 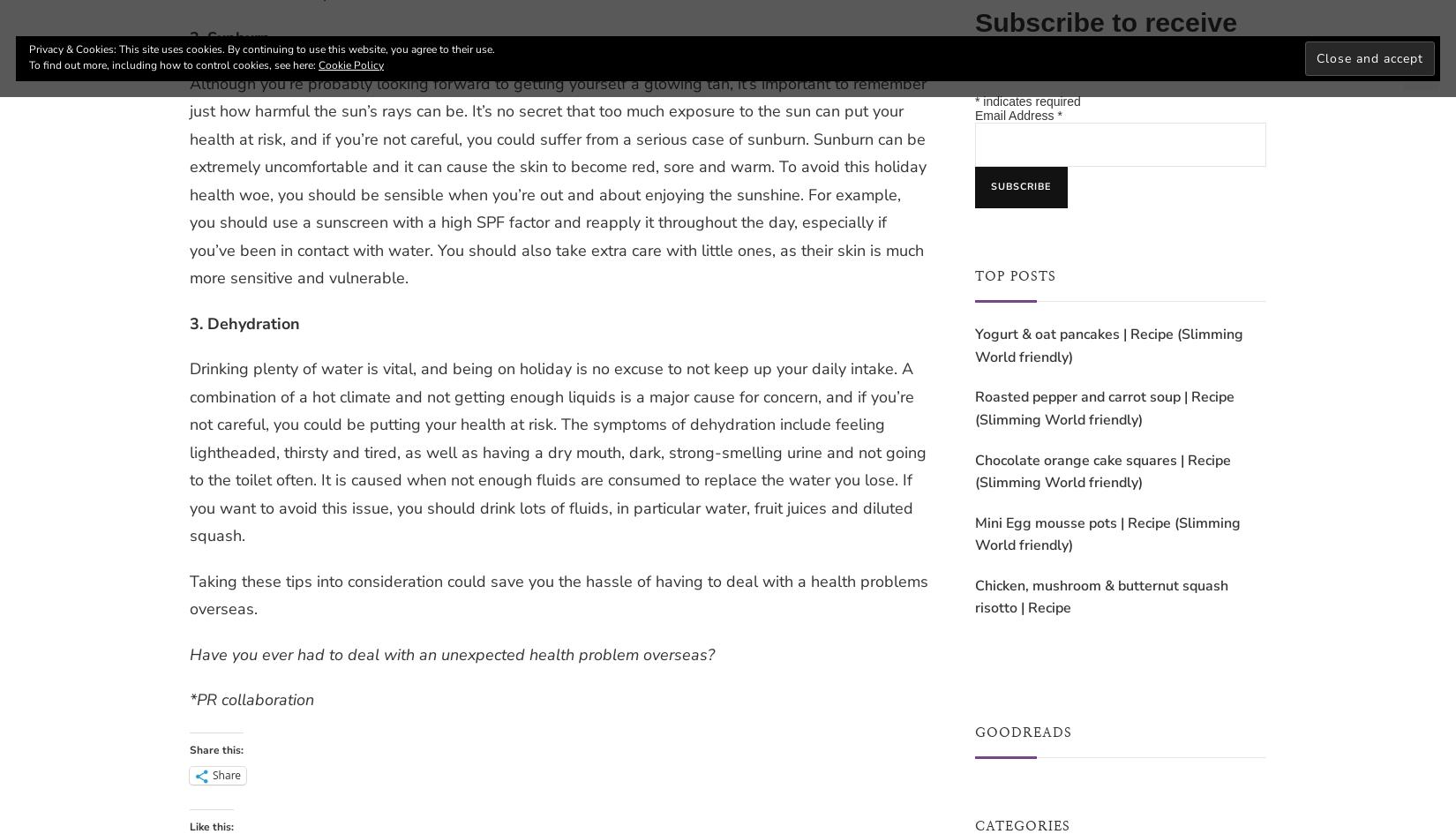 What do you see at coordinates (1023, 732) in the screenshot?
I see `'Goodreads'` at bounding box center [1023, 732].